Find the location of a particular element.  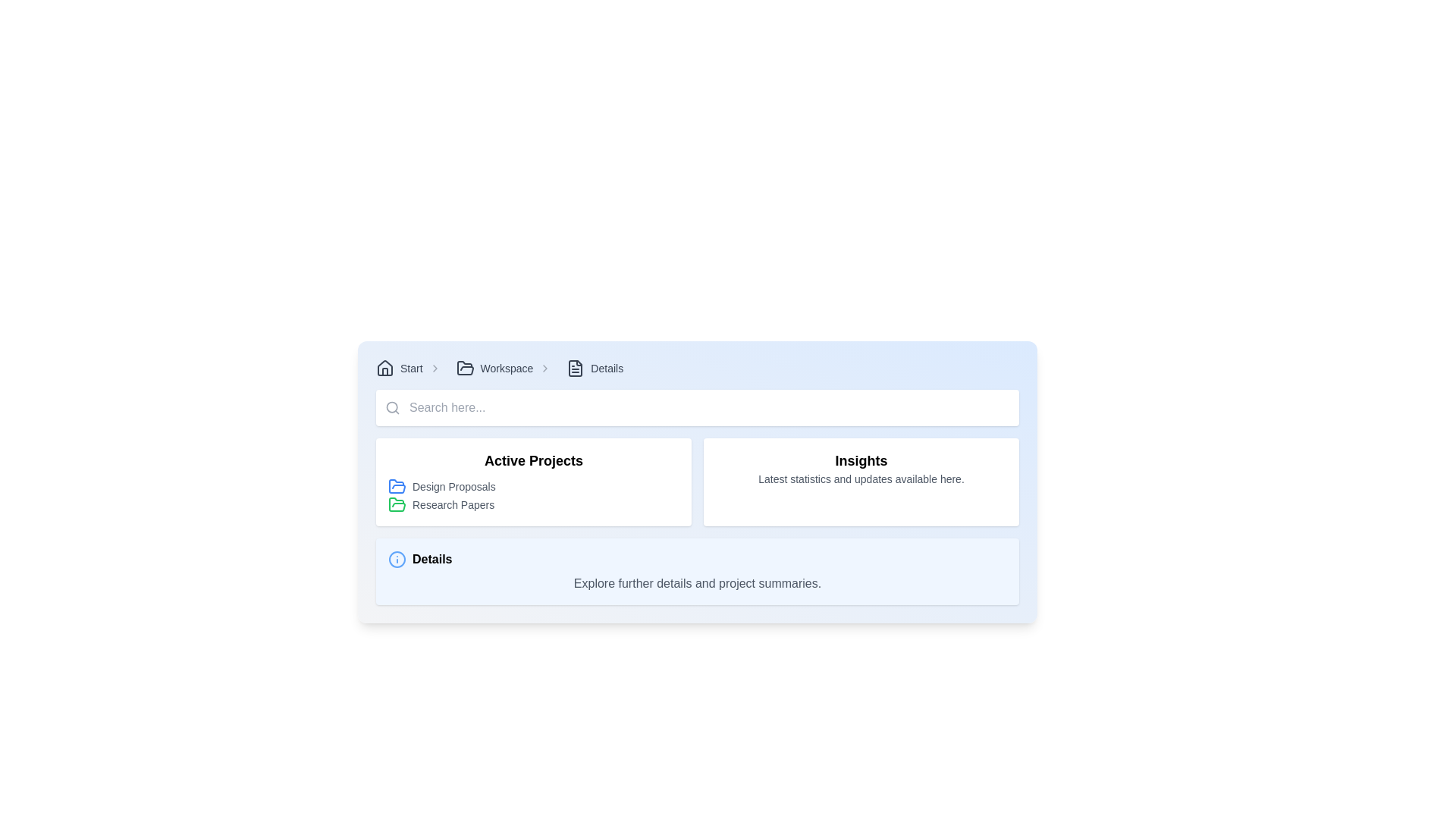

the bold and large 'Insights' title text located at the top center of the right-hand content card is located at coordinates (861, 460).